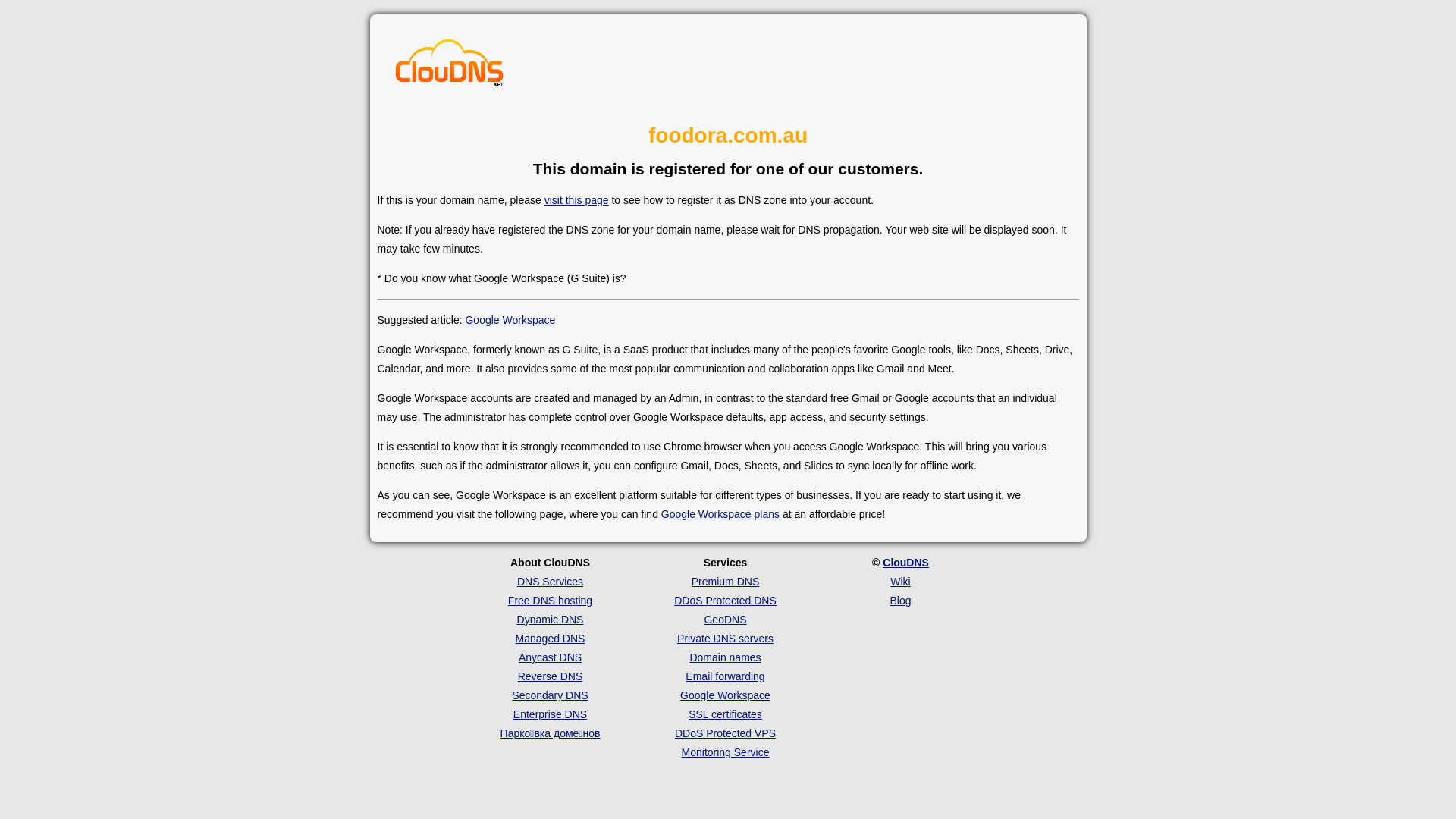  I want to click on 'Premium DNS', so click(724, 581).